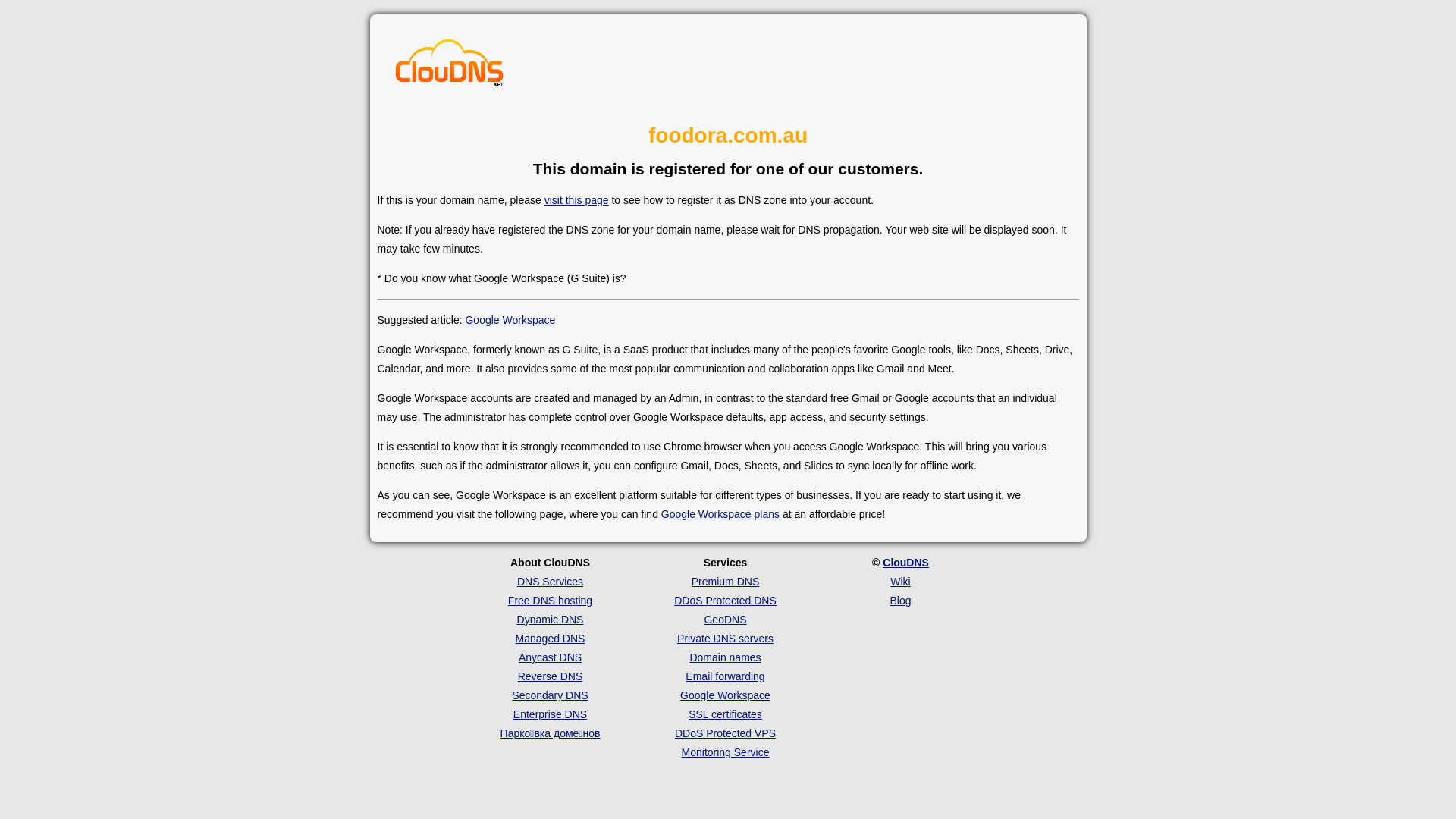  I want to click on 'Premium DNS', so click(724, 581).